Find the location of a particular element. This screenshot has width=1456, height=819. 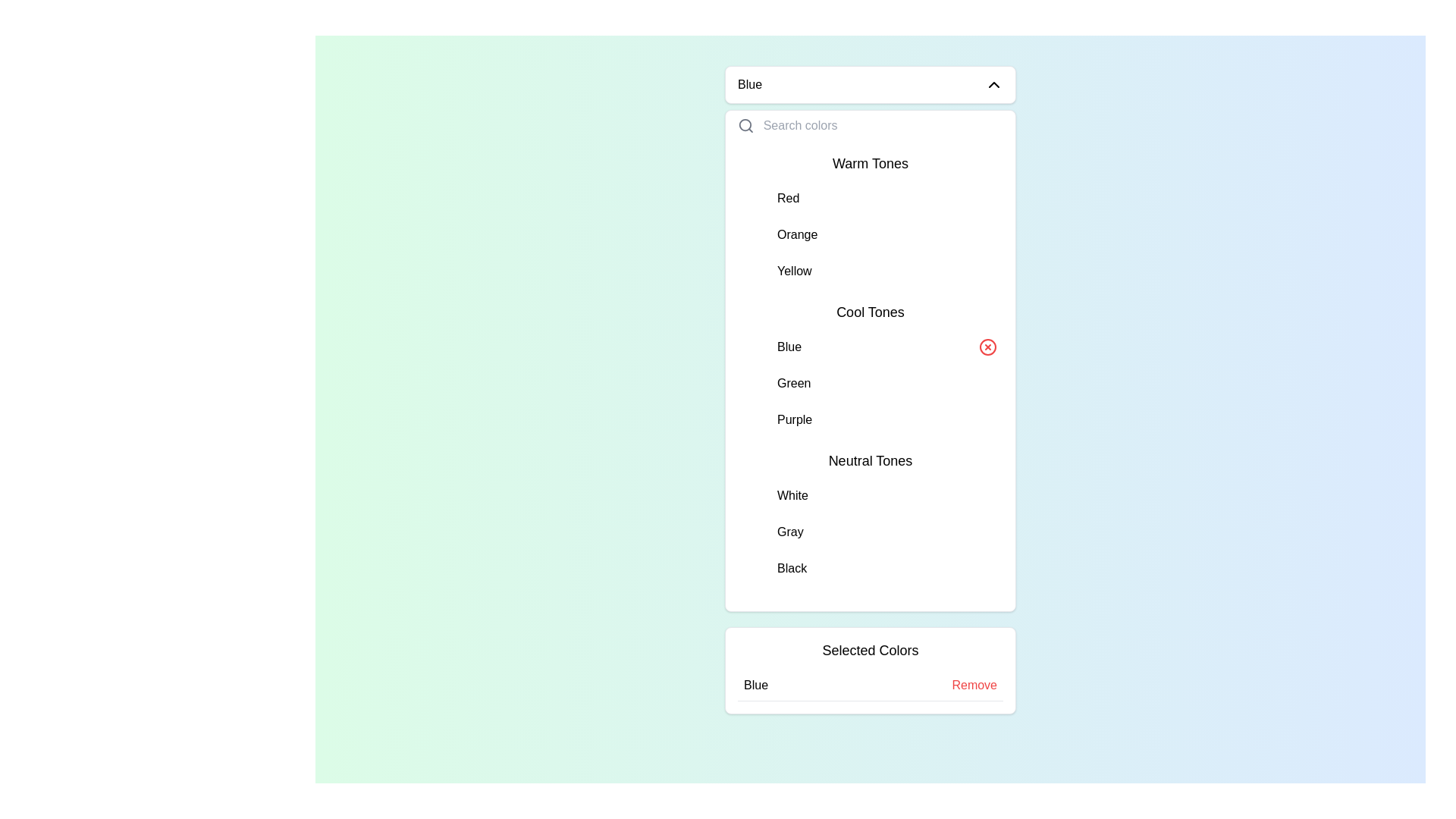

the small red circular icon with a cross inside, located to the far right of the text label 'Blue' is located at coordinates (987, 347).